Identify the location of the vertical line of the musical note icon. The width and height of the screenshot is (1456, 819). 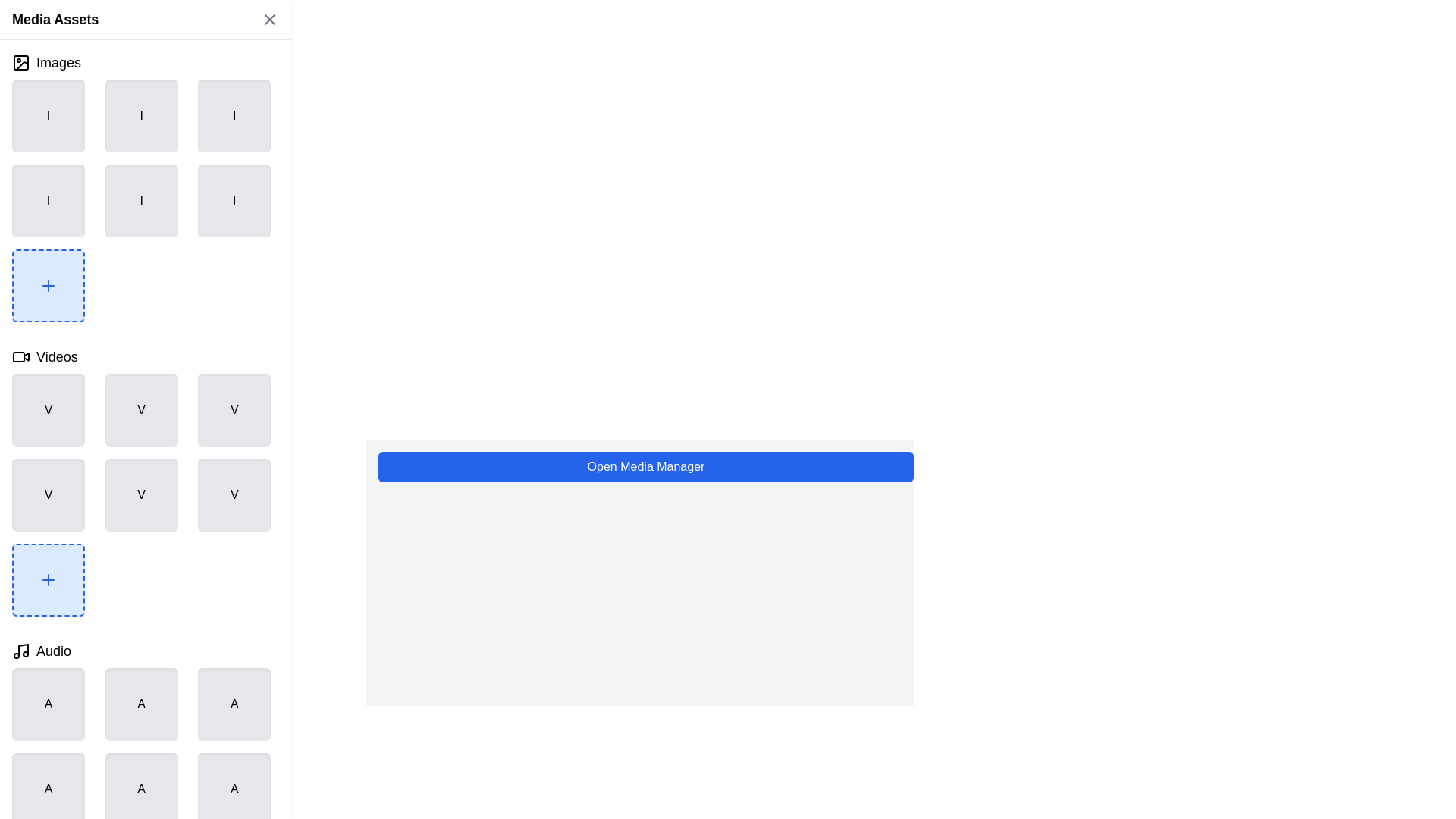
(23, 649).